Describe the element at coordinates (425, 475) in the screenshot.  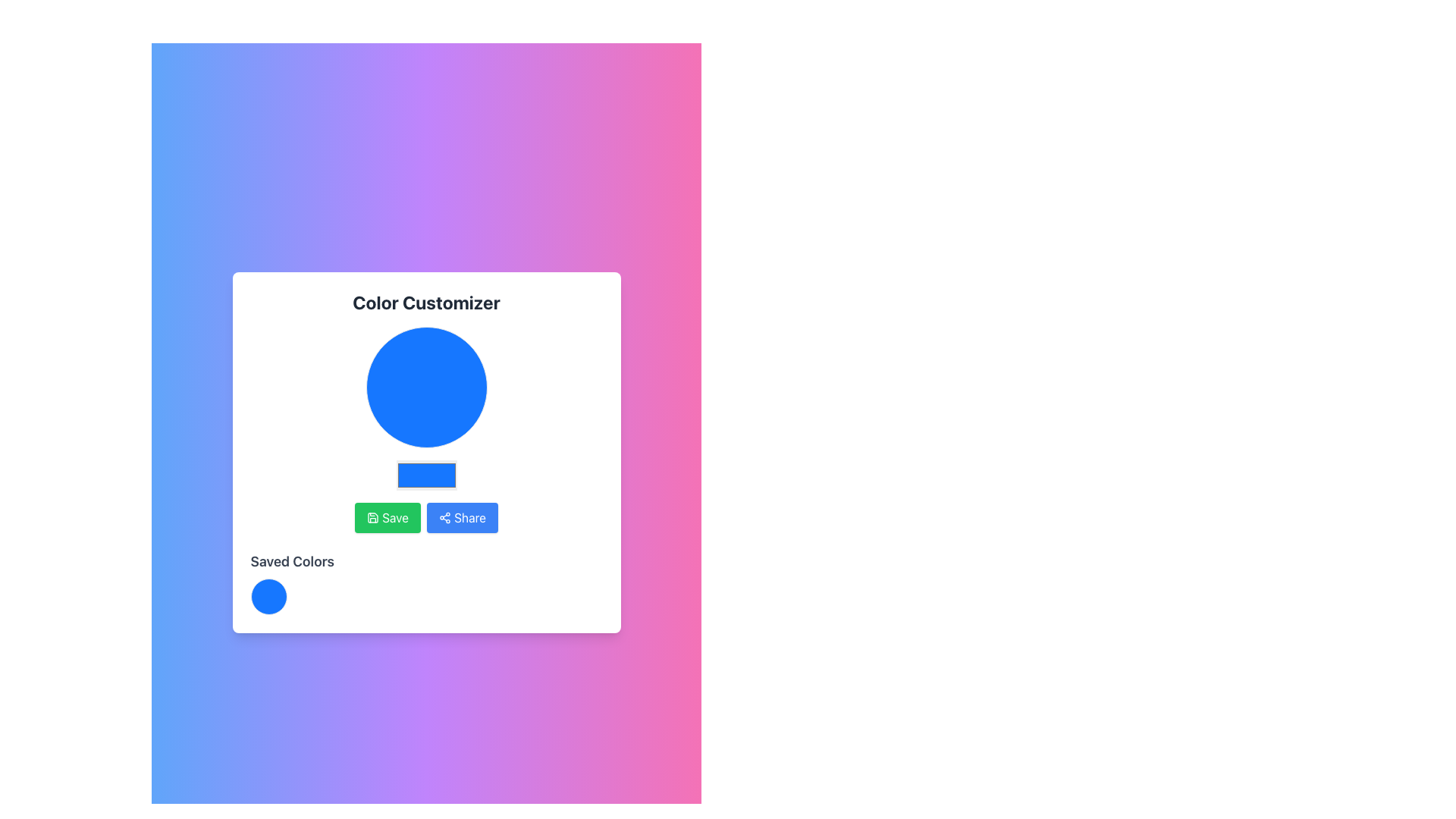
I see `the solid blue rectangular button located in the 'Color Customizer' section, positioned centrally below the circular color preview area` at that location.